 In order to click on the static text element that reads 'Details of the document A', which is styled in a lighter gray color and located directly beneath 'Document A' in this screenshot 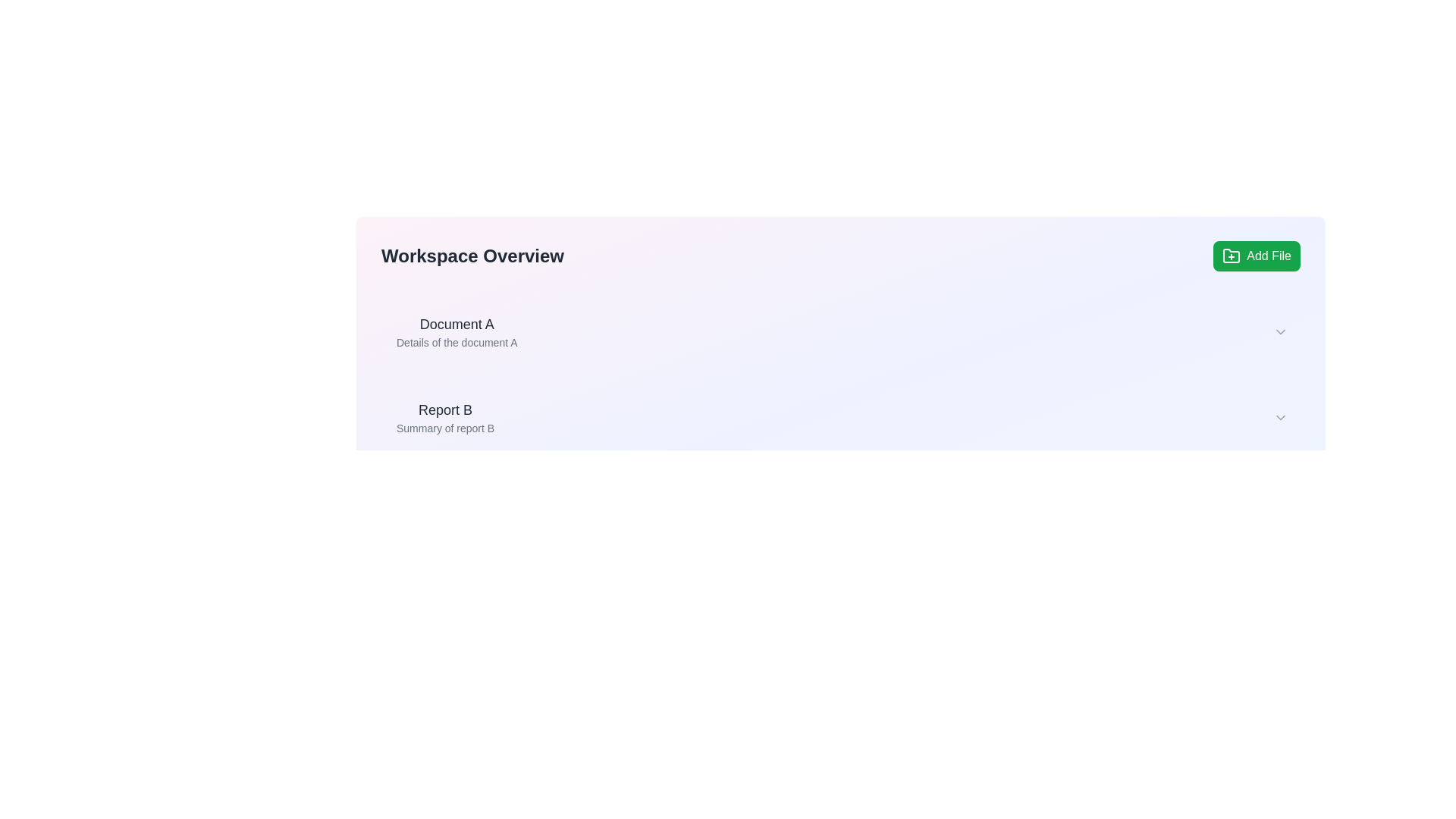, I will do `click(456, 342)`.